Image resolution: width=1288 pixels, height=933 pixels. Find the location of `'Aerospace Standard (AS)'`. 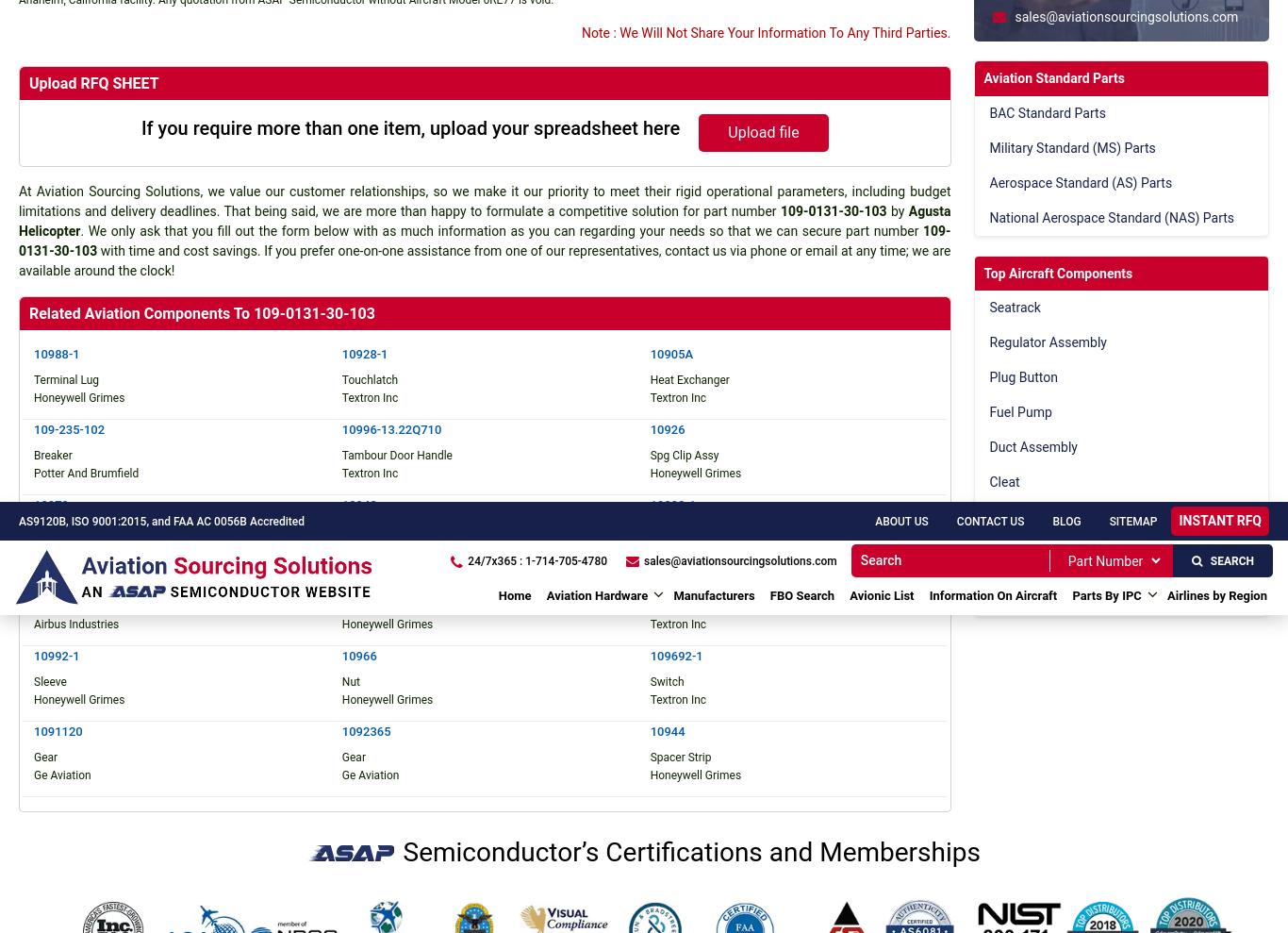

'Aerospace Standard (AS)' is located at coordinates (558, 114).